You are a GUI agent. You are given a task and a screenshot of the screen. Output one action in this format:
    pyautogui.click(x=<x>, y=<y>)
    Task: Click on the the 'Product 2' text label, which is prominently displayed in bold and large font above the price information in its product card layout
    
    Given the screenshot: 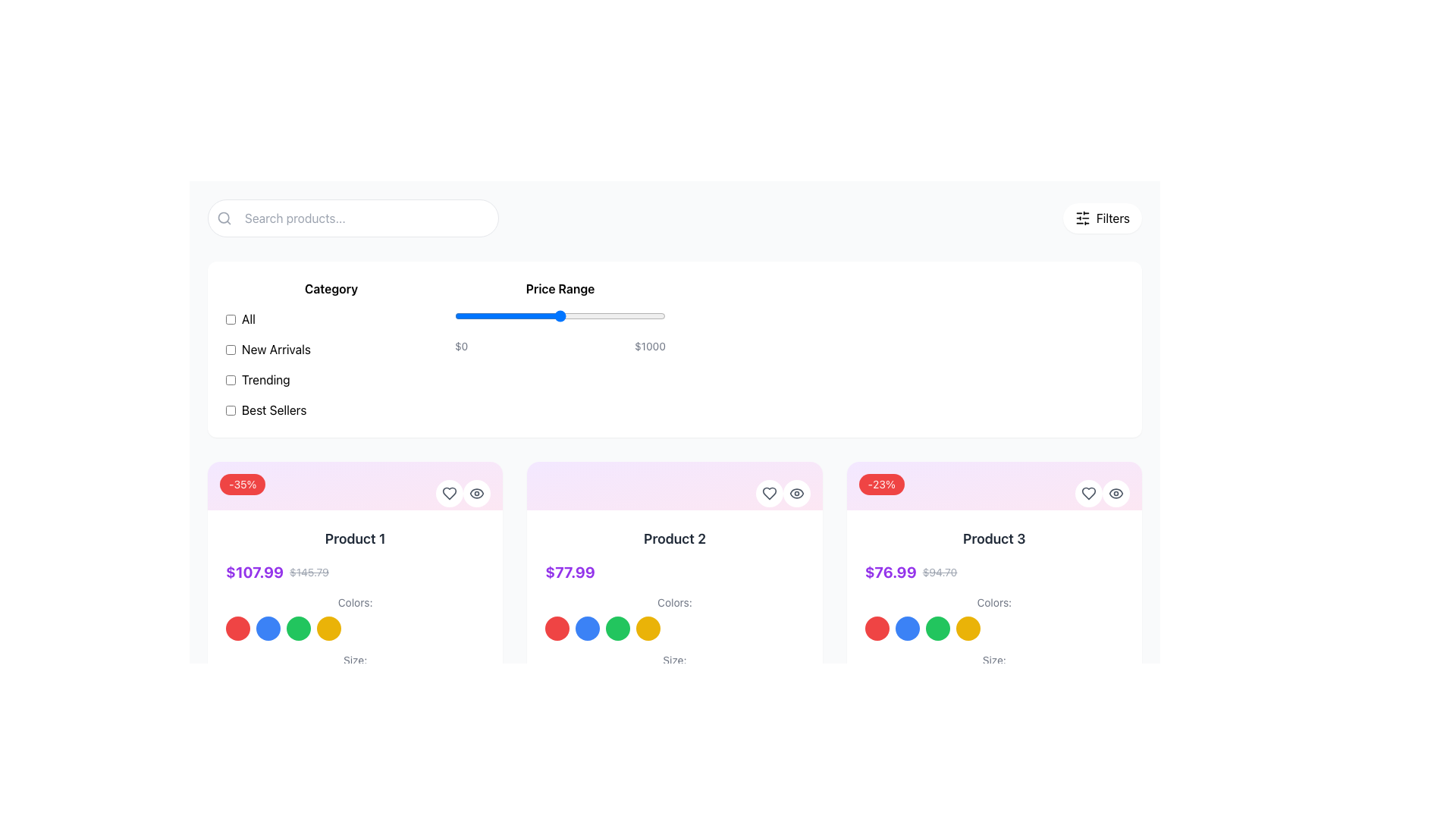 What is the action you would take?
    pyautogui.click(x=673, y=538)
    